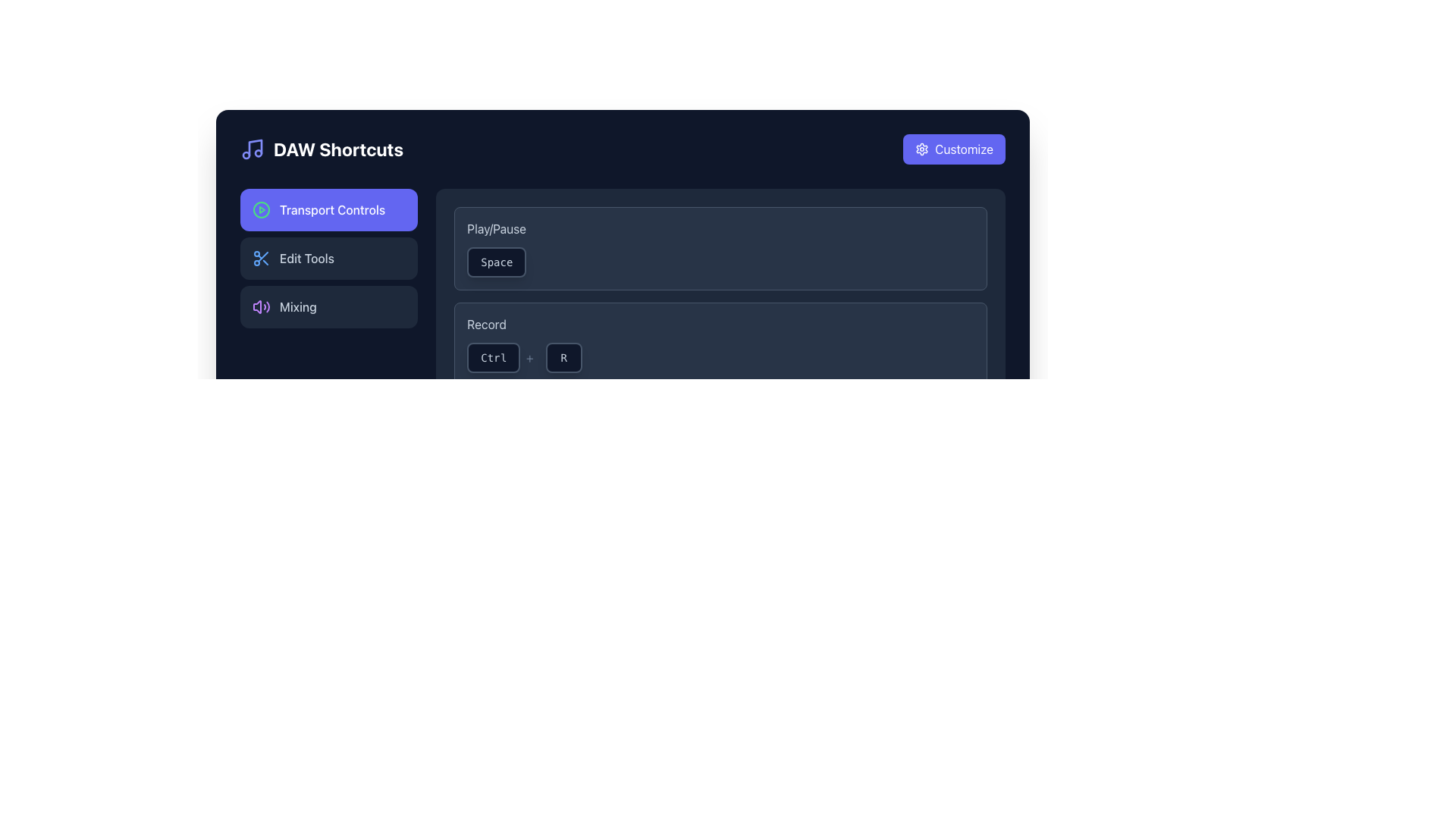 This screenshot has height=819, width=1456. Describe the element at coordinates (487, 324) in the screenshot. I see `the 'Record' text label, which is styled in light-gray on a dark background, located in the right-side section of the interface` at that location.